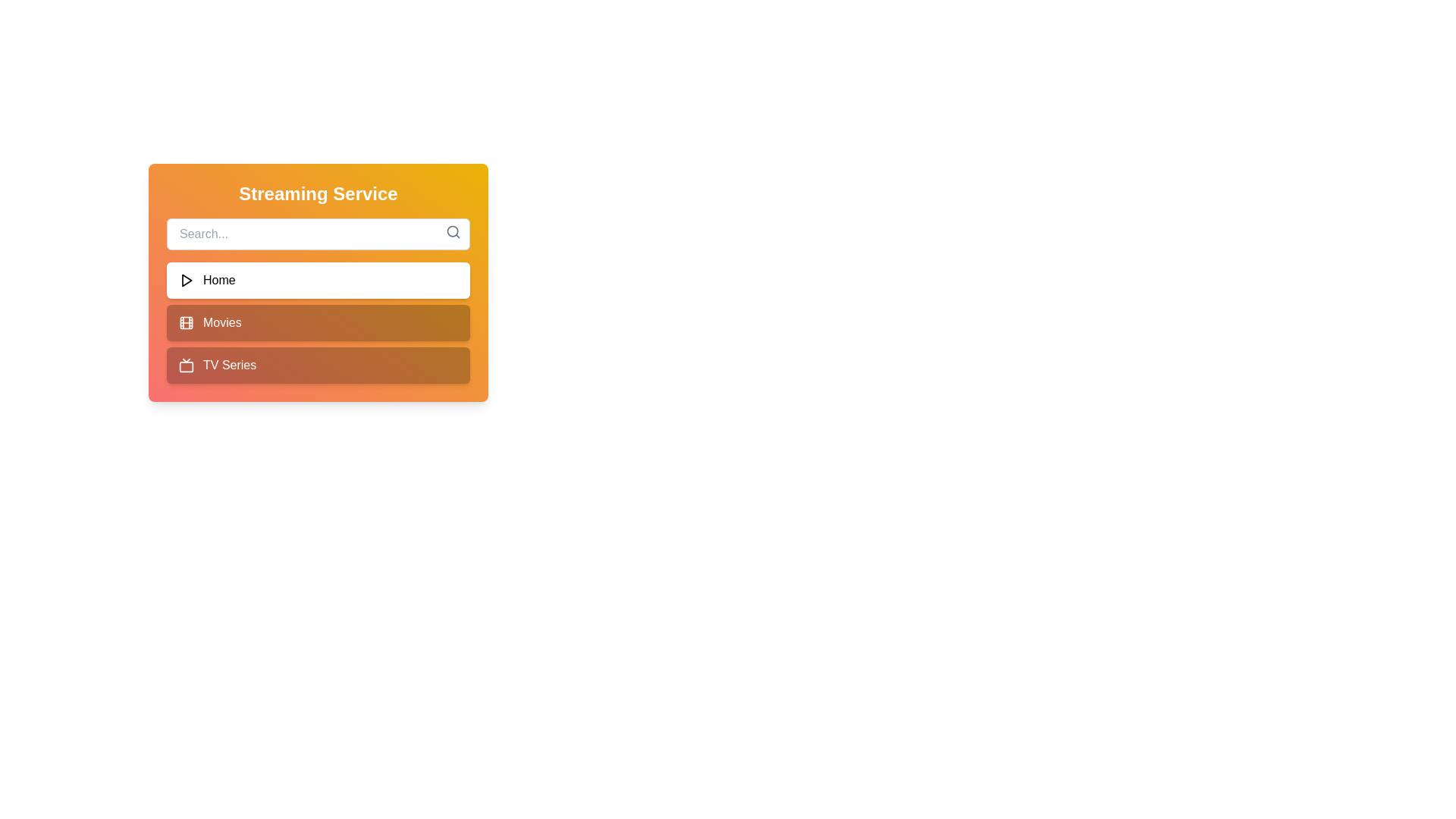 The height and width of the screenshot is (819, 1456). I want to click on the search icon resembling a magnifying glass located to the right of the search input field in the search bar section labeled 'Streaming Service', so click(453, 231).